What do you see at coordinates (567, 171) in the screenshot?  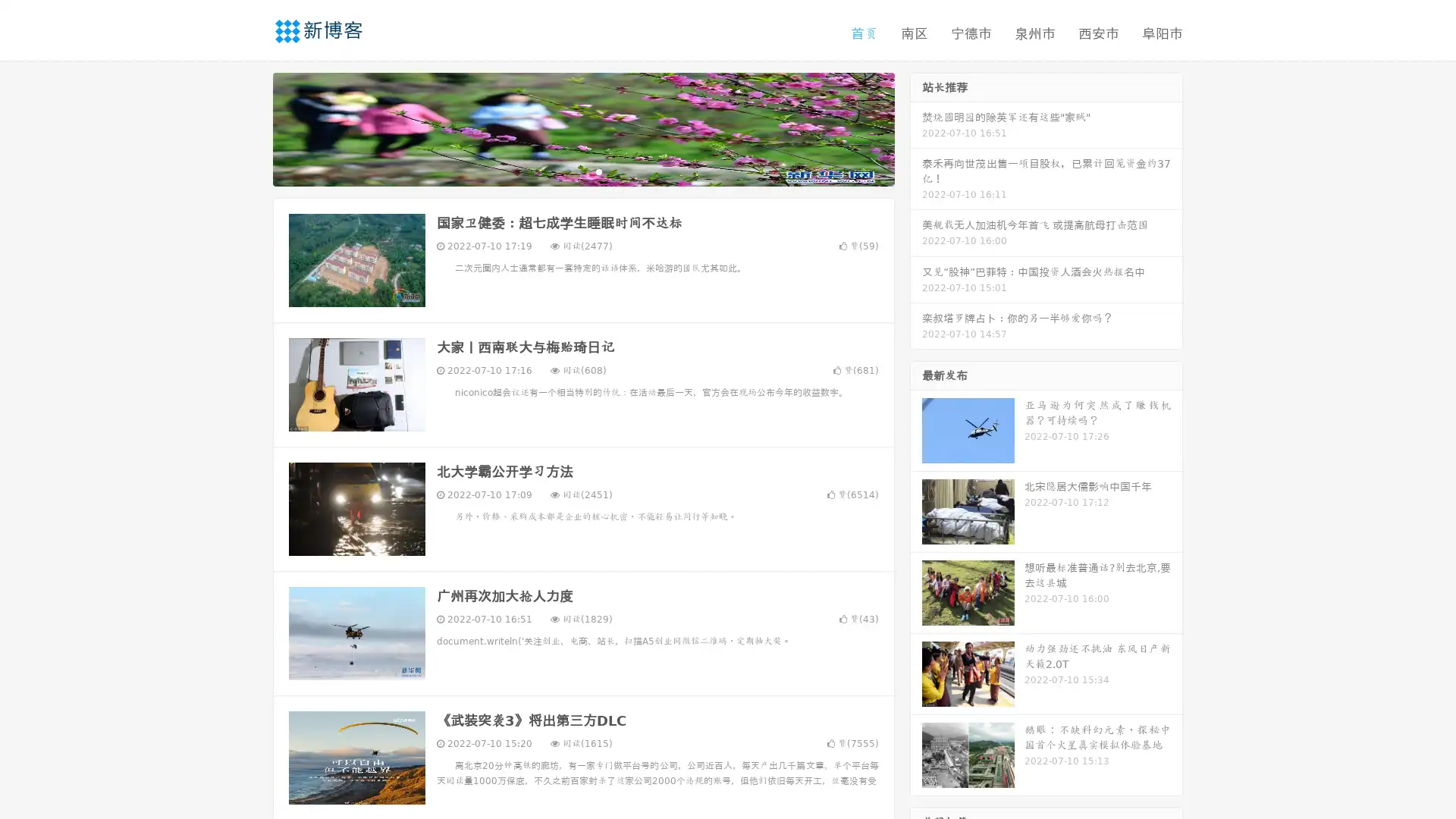 I see `Go to slide 1` at bounding box center [567, 171].